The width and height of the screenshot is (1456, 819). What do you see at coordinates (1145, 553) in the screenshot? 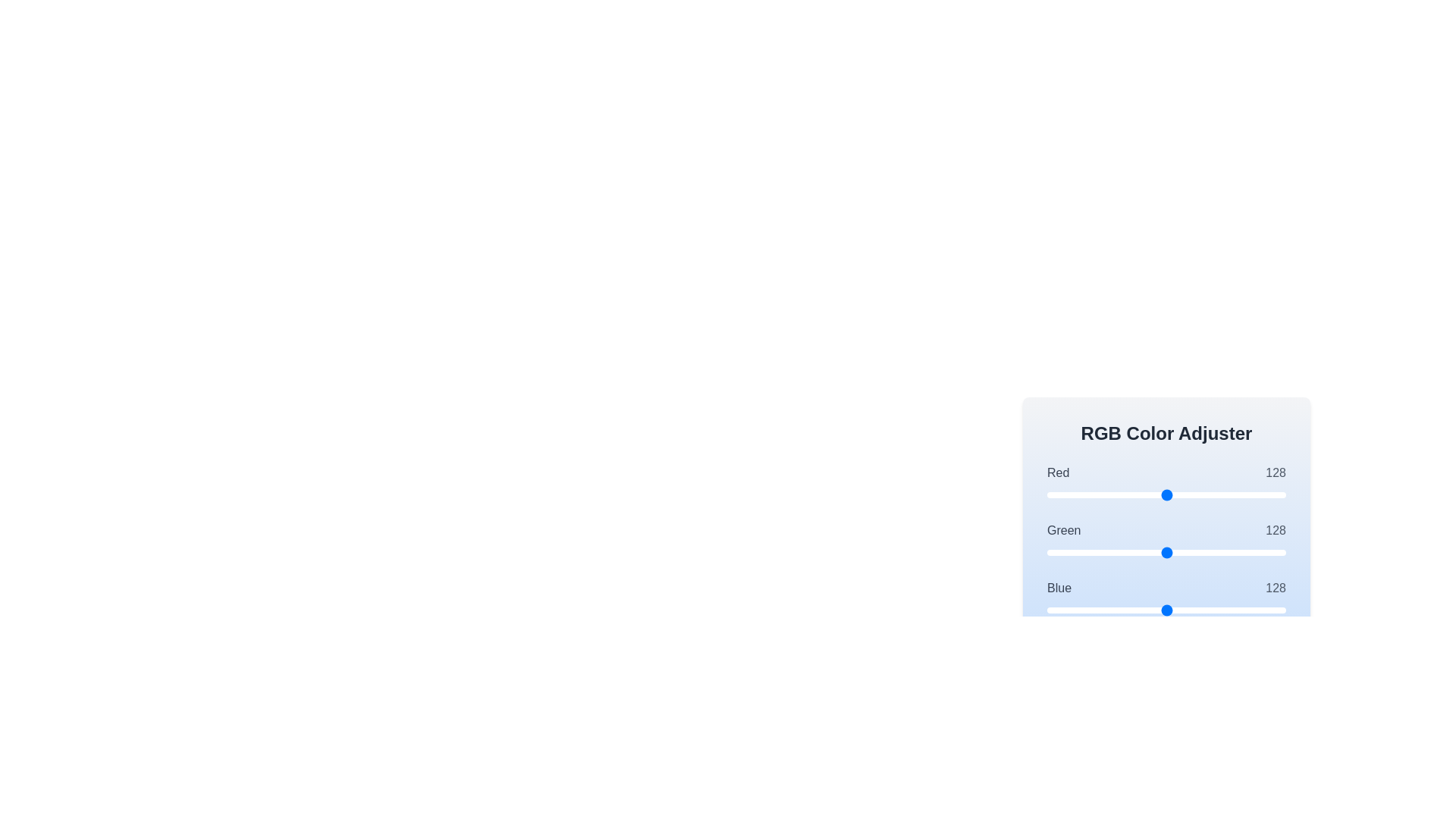
I see `the green slider to 105 where value is between 0 and 255` at bounding box center [1145, 553].